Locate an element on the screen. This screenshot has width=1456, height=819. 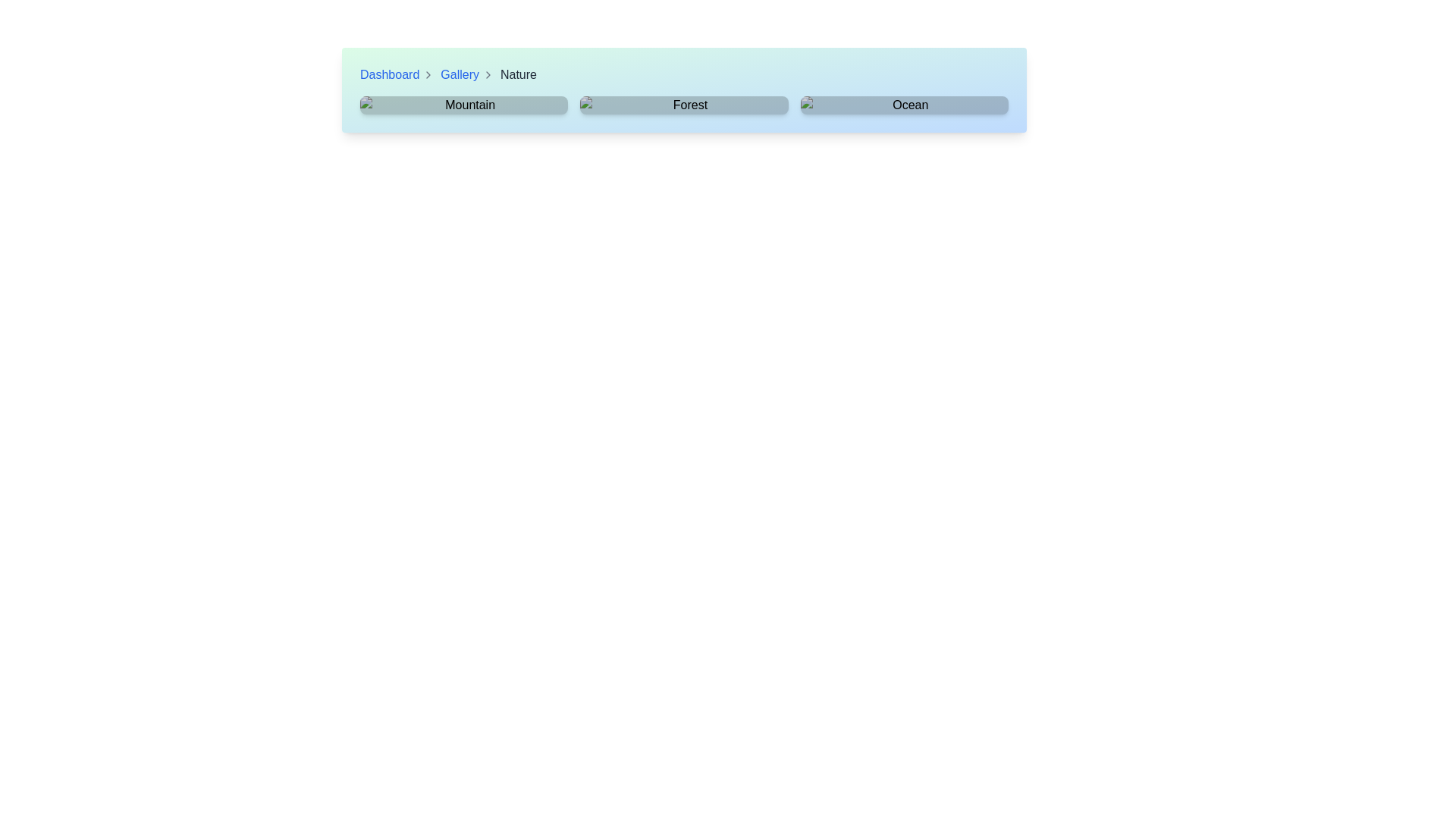
the Icon indicating navigation hierarchy in the breadcrumb navigation bar, which separates the 'Dashboard' link and the static text 'Gallery' is located at coordinates (428, 75).